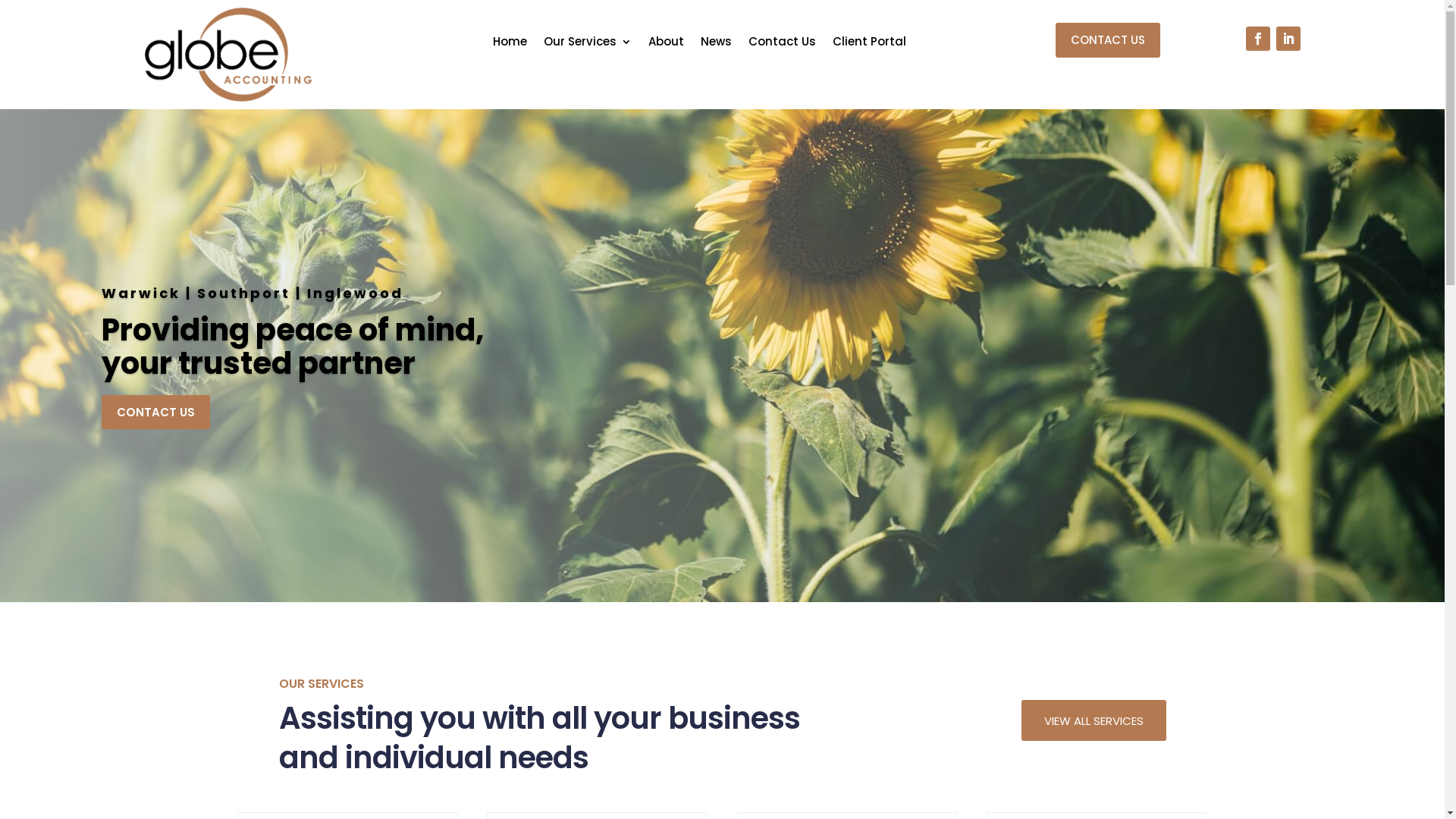  Describe the element at coordinates (510, 43) in the screenshot. I see `'Home'` at that location.